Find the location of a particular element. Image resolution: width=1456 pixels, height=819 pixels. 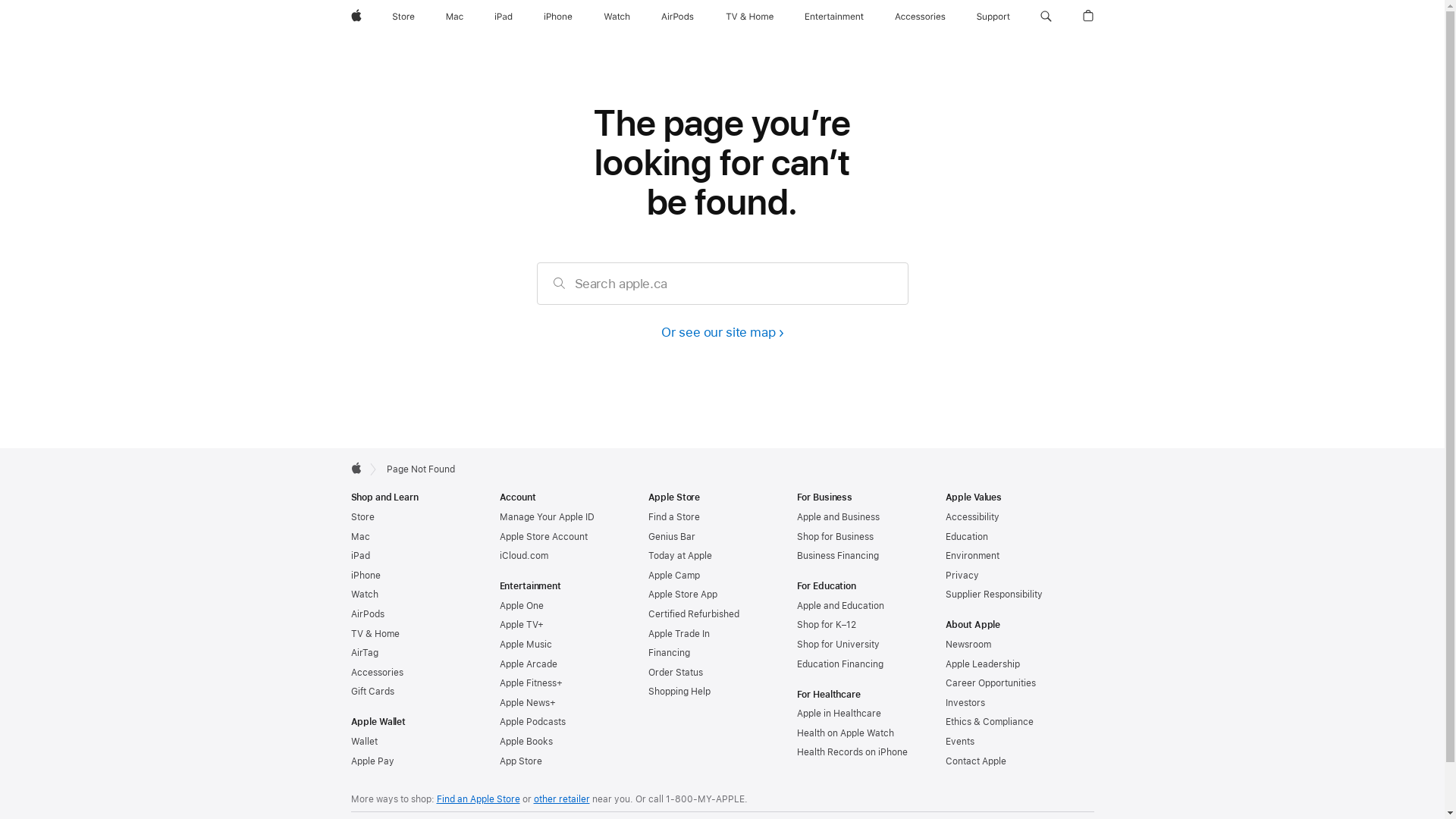

'Privacy' is located at coordinates (944, 576).